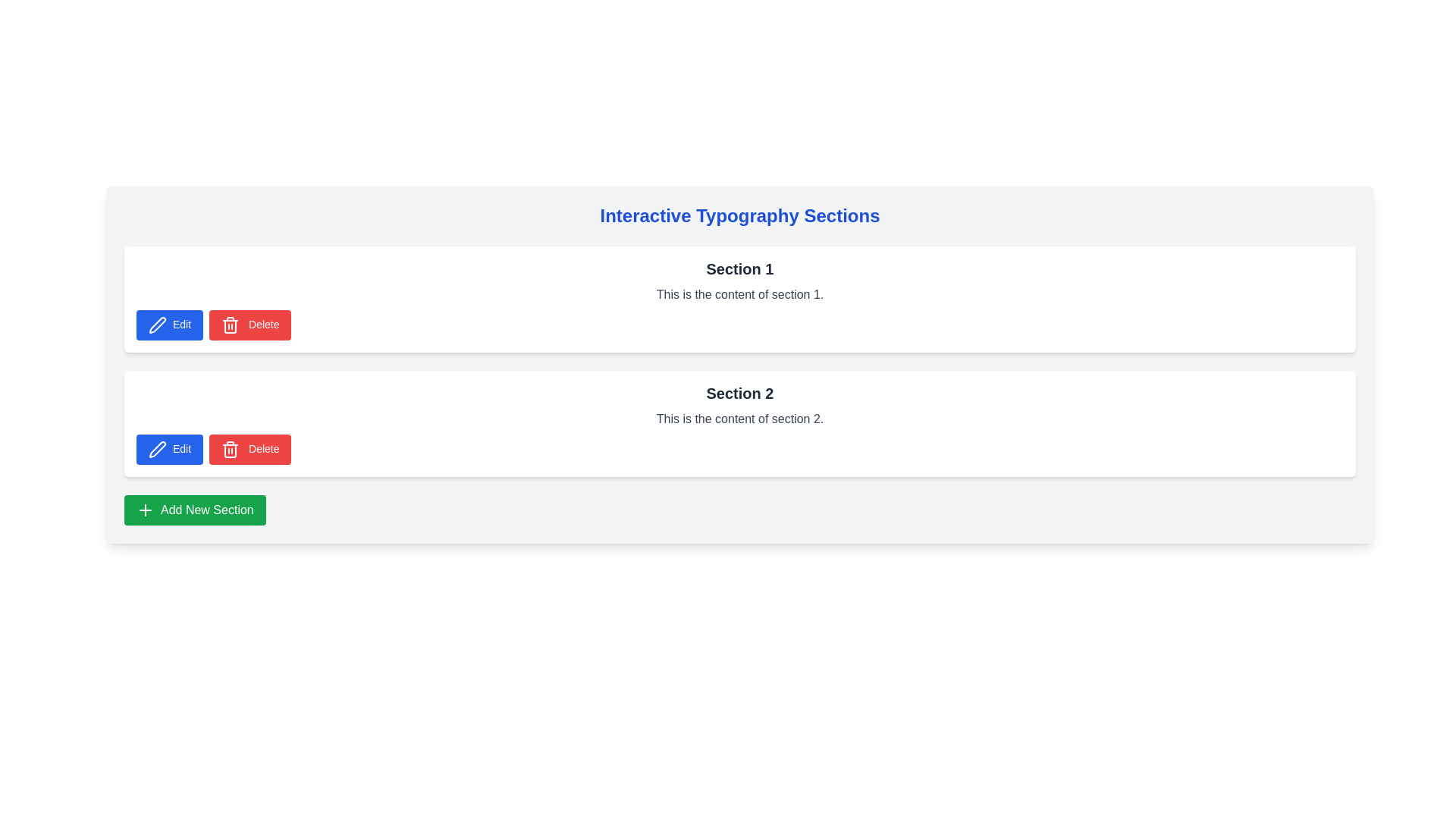  Describe the element at coordinates (157, 324) in the screenshot. I see `the small pen icon with a blue background located to the left of the text 'Edit' in the top-left corner of the first section's action area` at that location.